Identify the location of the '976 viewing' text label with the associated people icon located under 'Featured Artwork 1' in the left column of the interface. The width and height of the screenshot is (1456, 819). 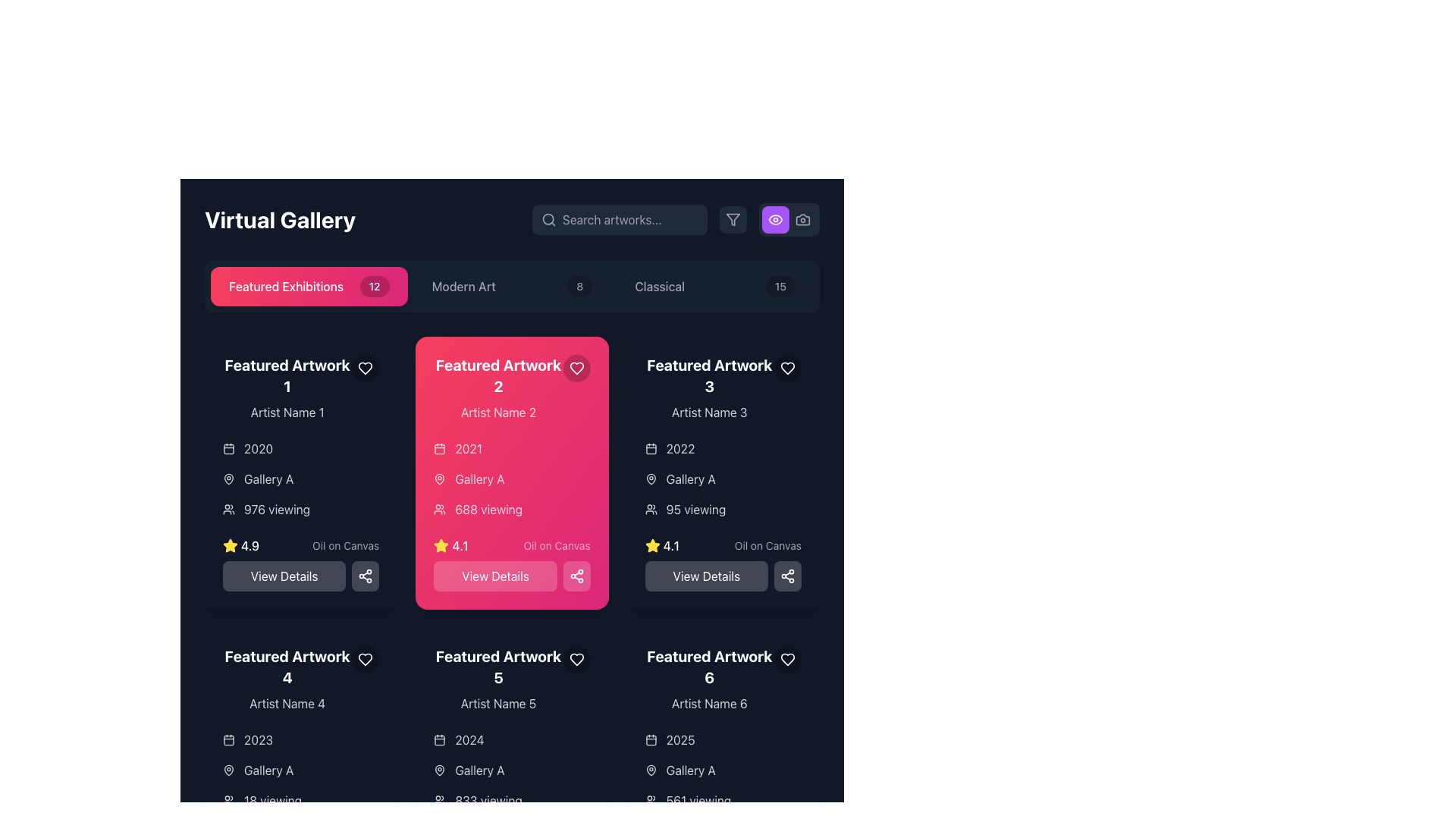
(301, 509).